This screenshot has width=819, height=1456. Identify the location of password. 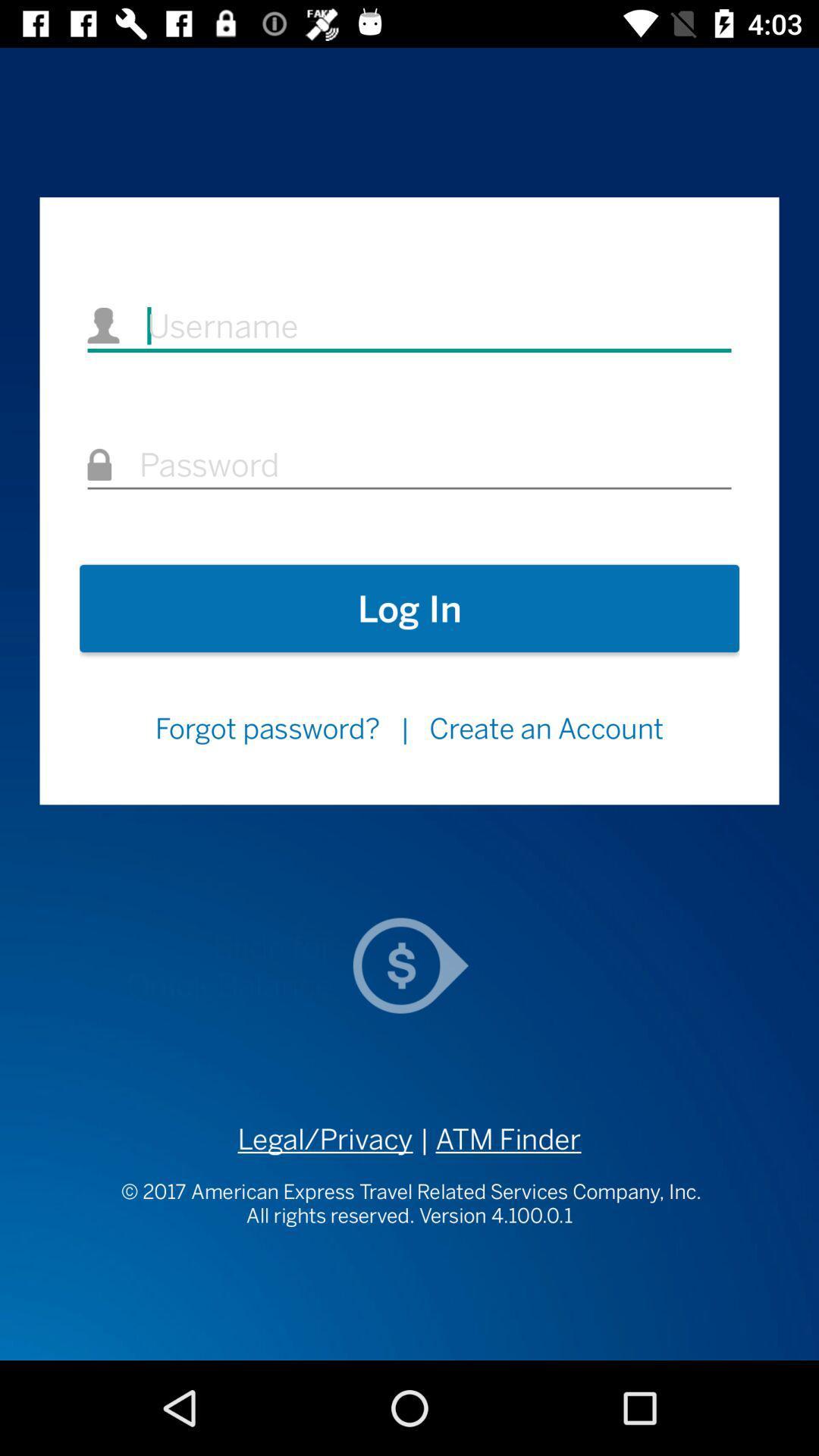
(409, 464).